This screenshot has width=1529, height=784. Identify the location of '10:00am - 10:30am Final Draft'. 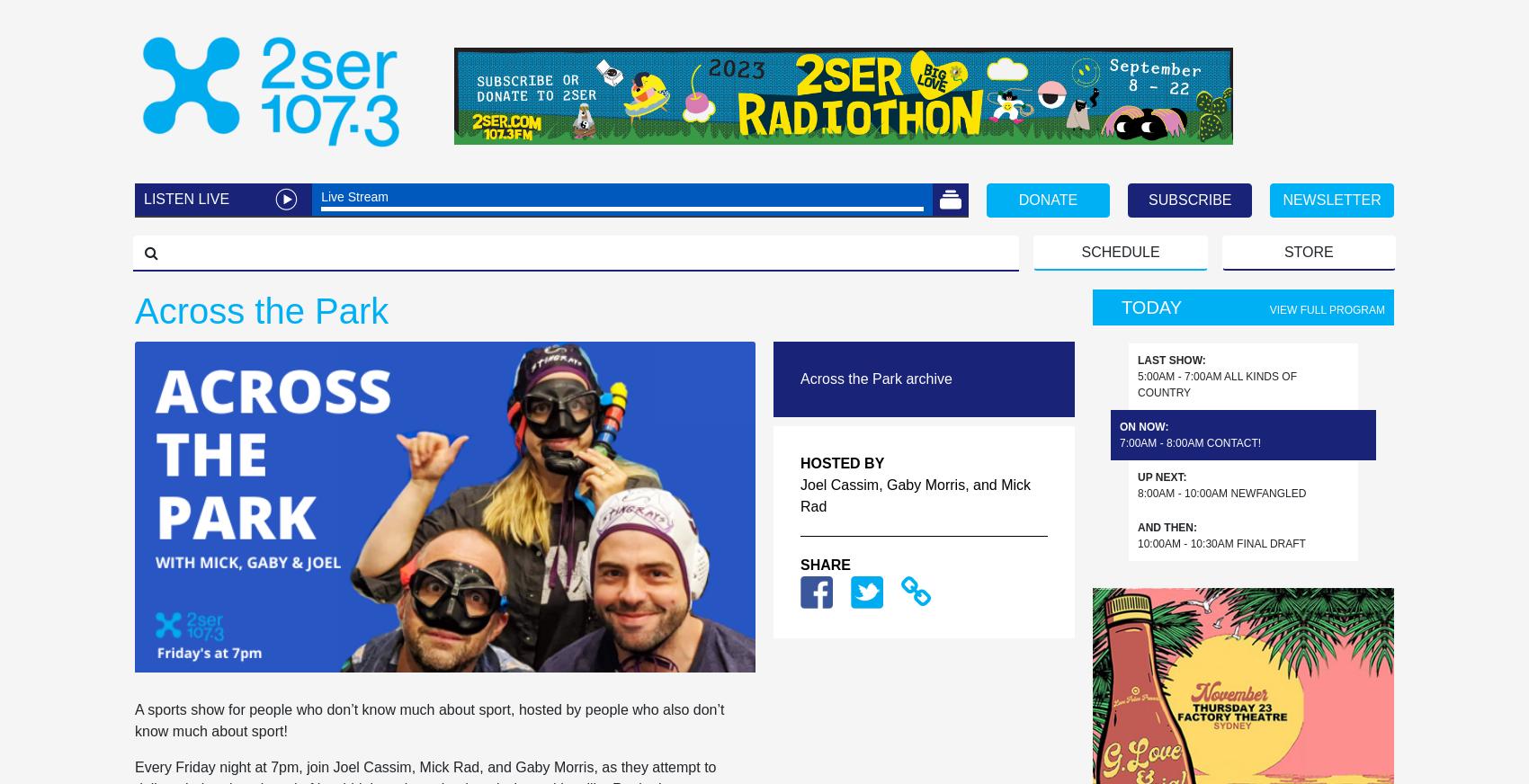
(1221, 543).